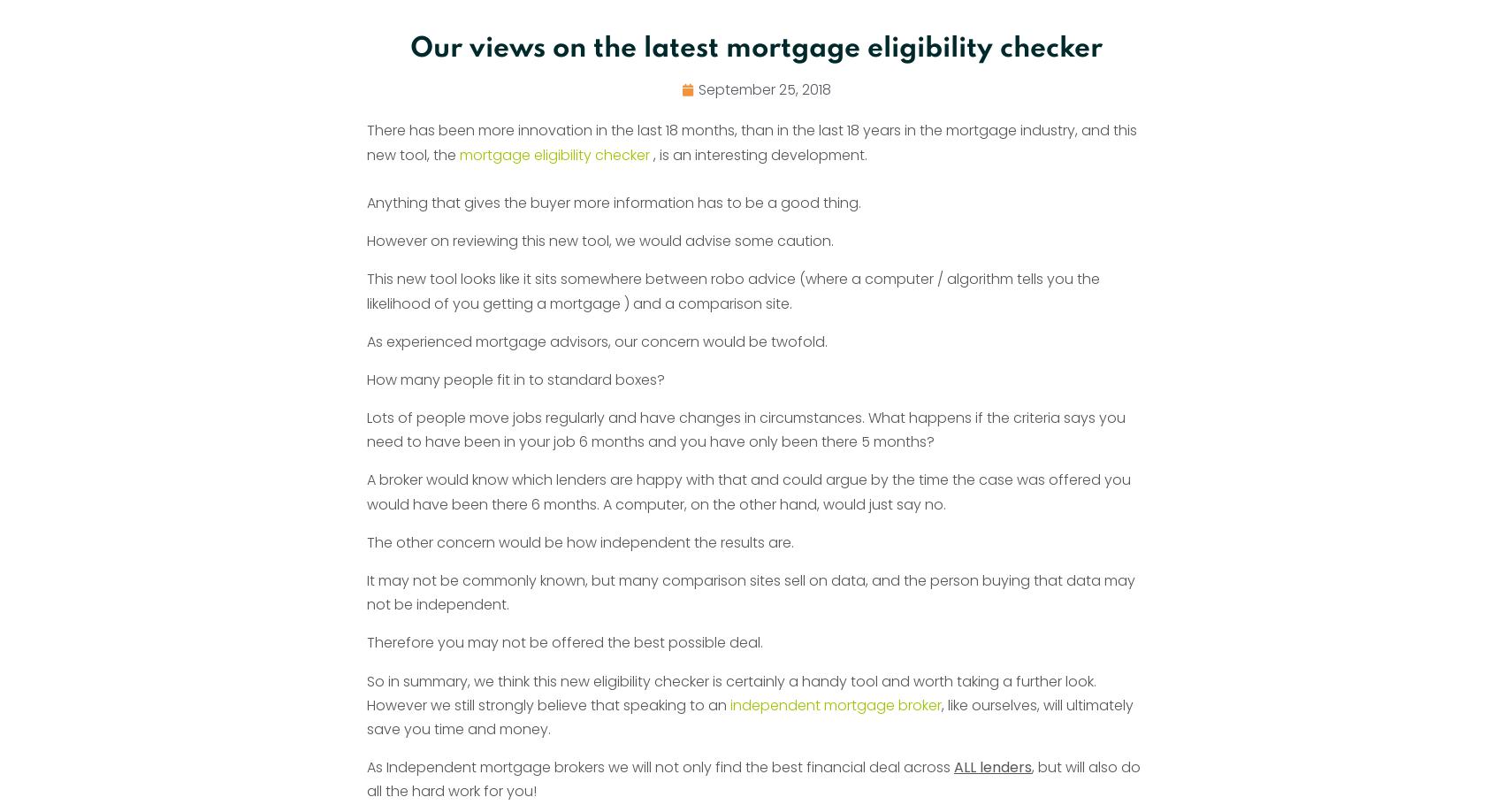 Image resolution: width=1512 pixels, height=805 pixels. Describe the element at coordinates (1030, 130) in the screenshot. I see `'August 17, 2023'` at that location.